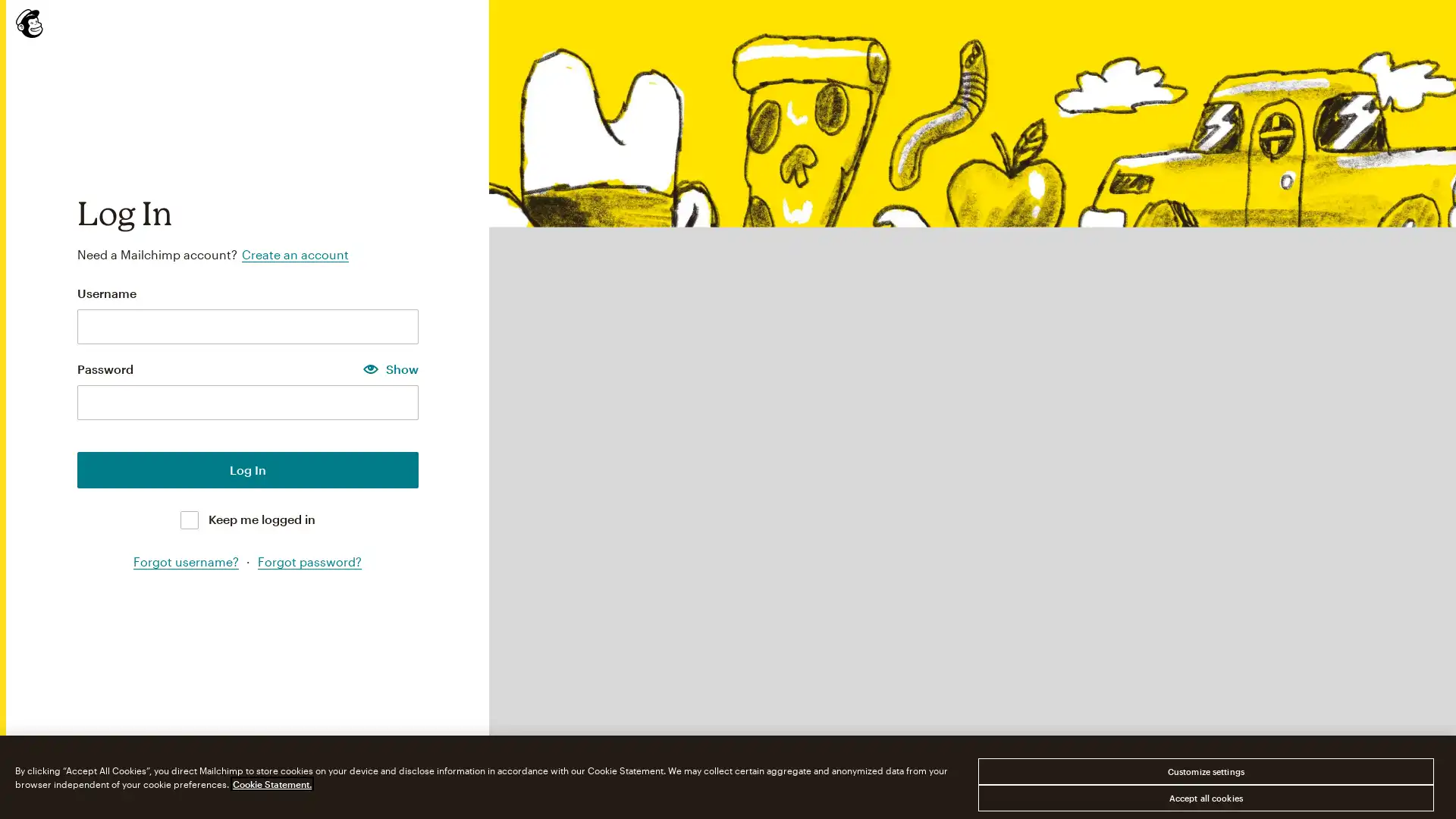  Describe the element at coordinates (1204, 797) in the screenshot. I see `Accept all cookies` at that location.